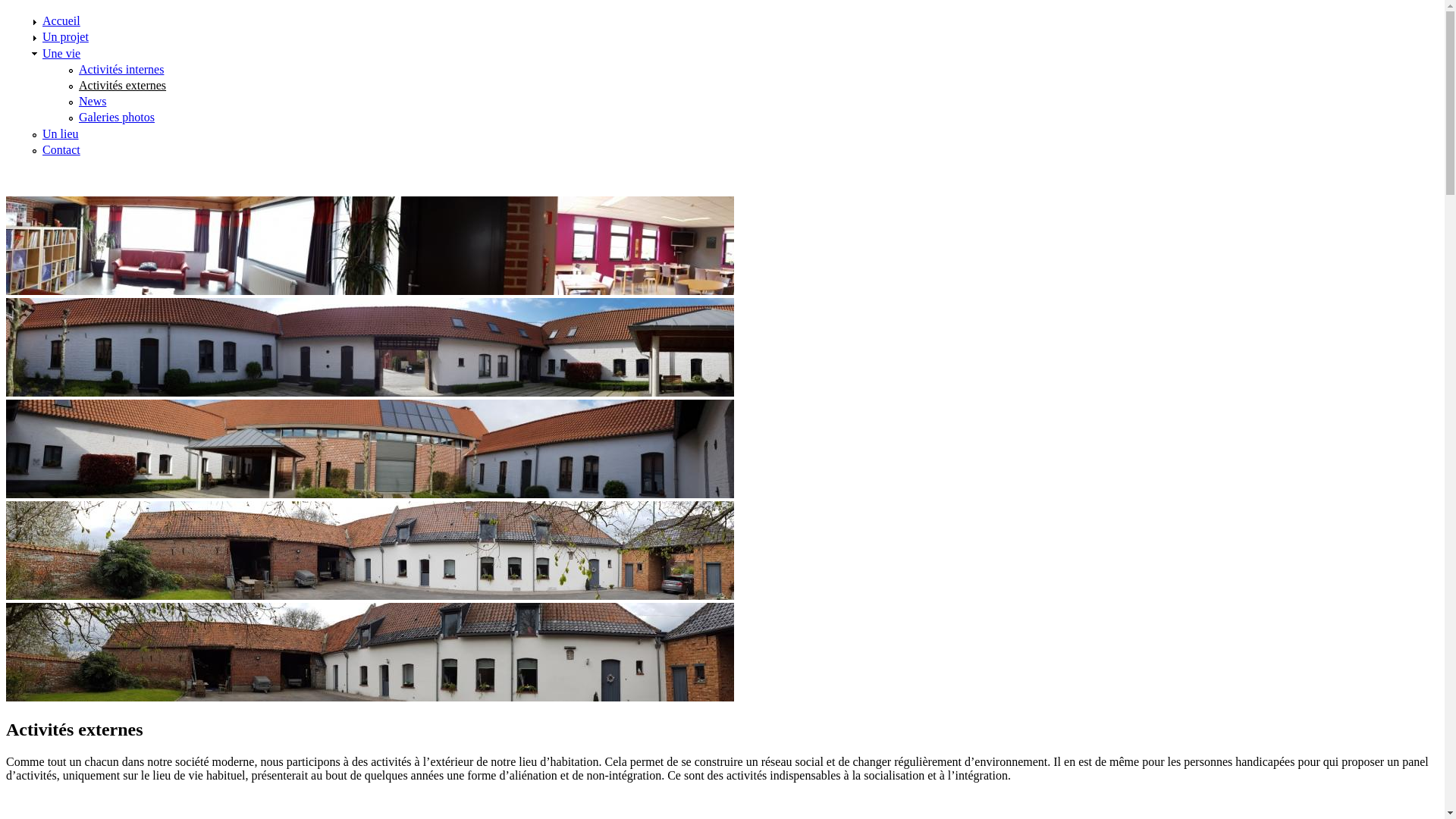 Image resolution: width=1456 pixels, height=819 pixels. What do you see at coordinates (64, 36) in the screenshot?
I see `'Un projet'` at bounding box center [64, 36].